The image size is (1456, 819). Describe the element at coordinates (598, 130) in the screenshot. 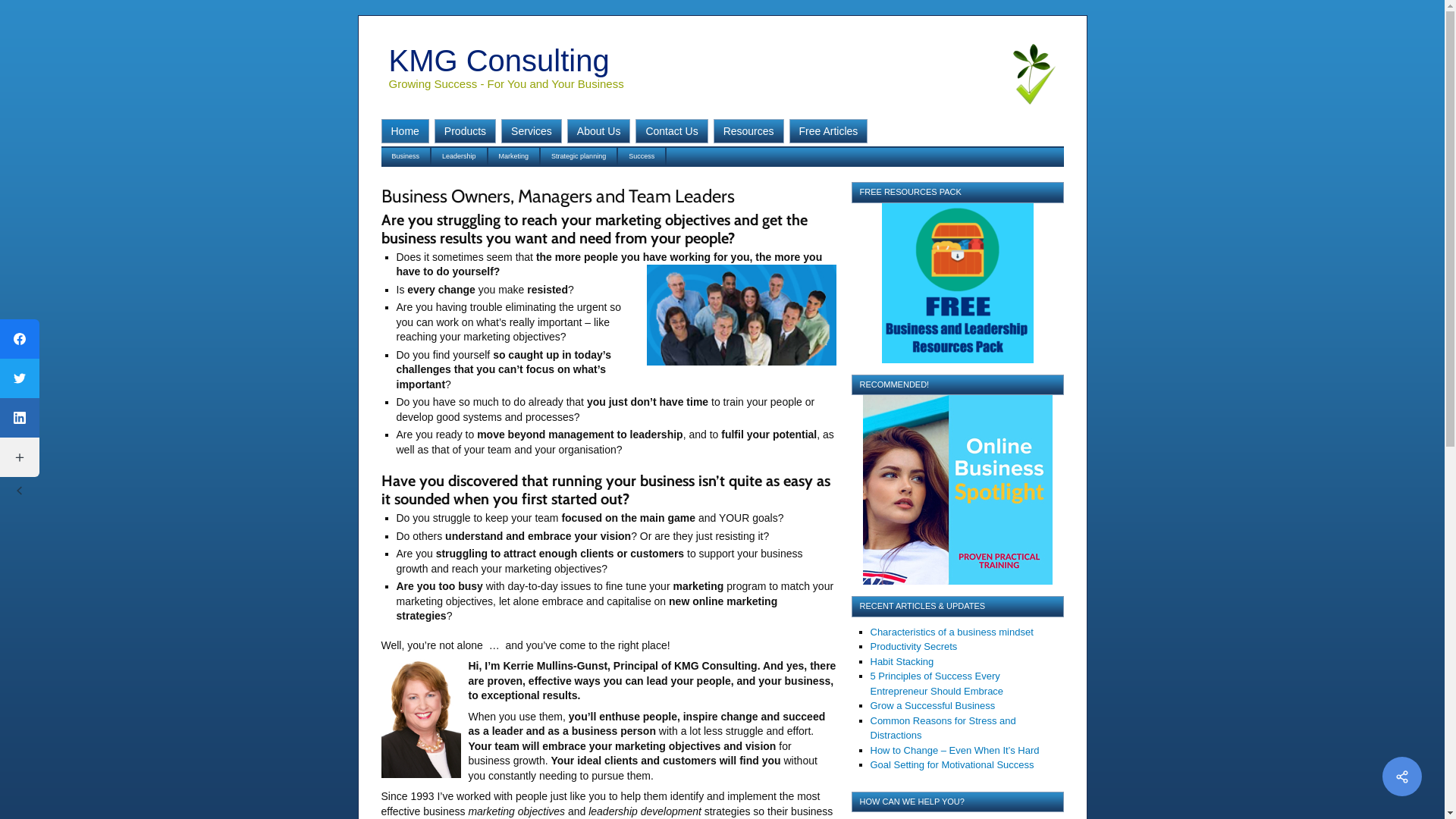

I see `'About Us'` at that location.